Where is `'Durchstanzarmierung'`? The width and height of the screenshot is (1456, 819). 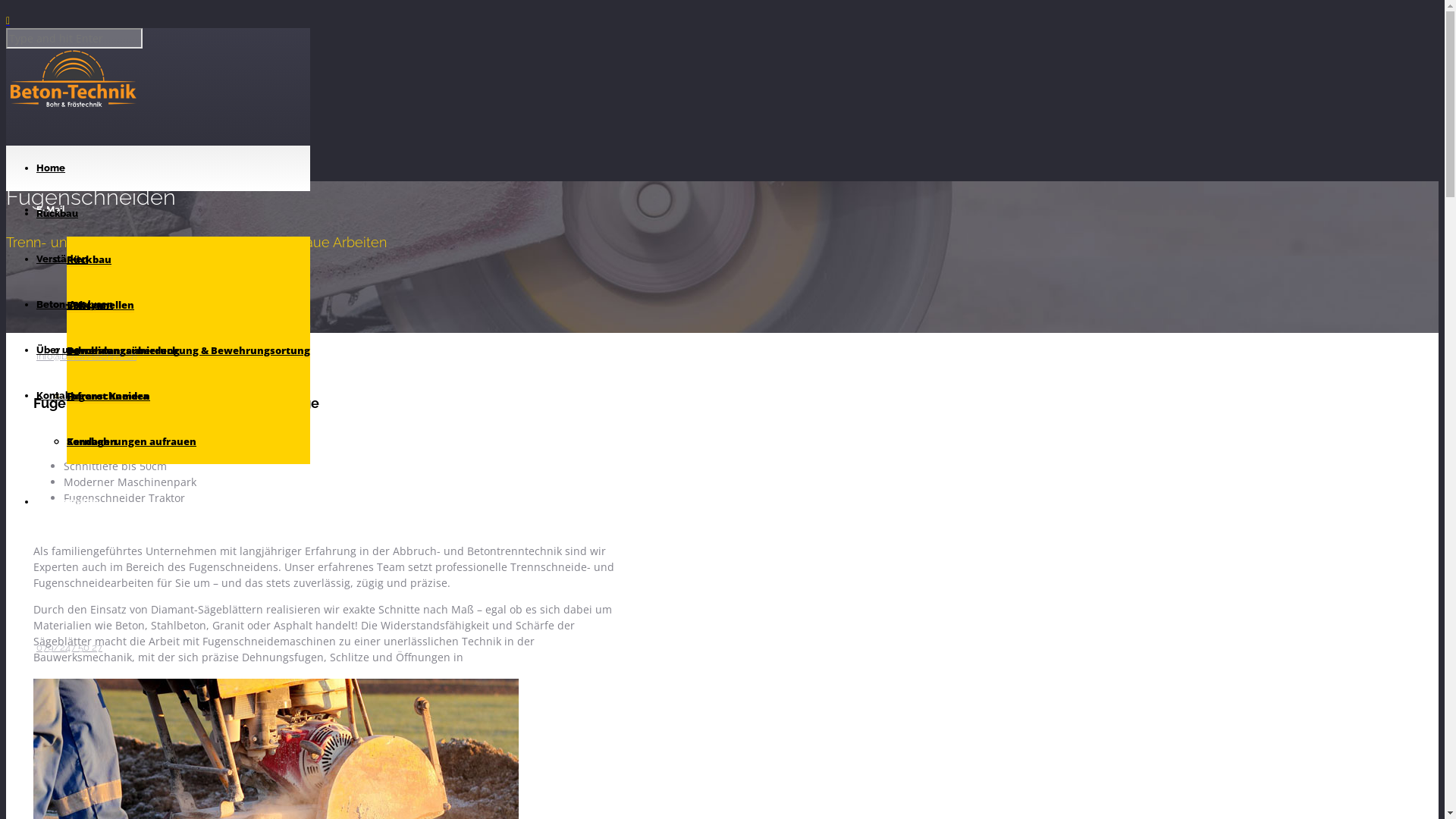 'Durchstanzarmierung' is located at coordinates (65, 350).